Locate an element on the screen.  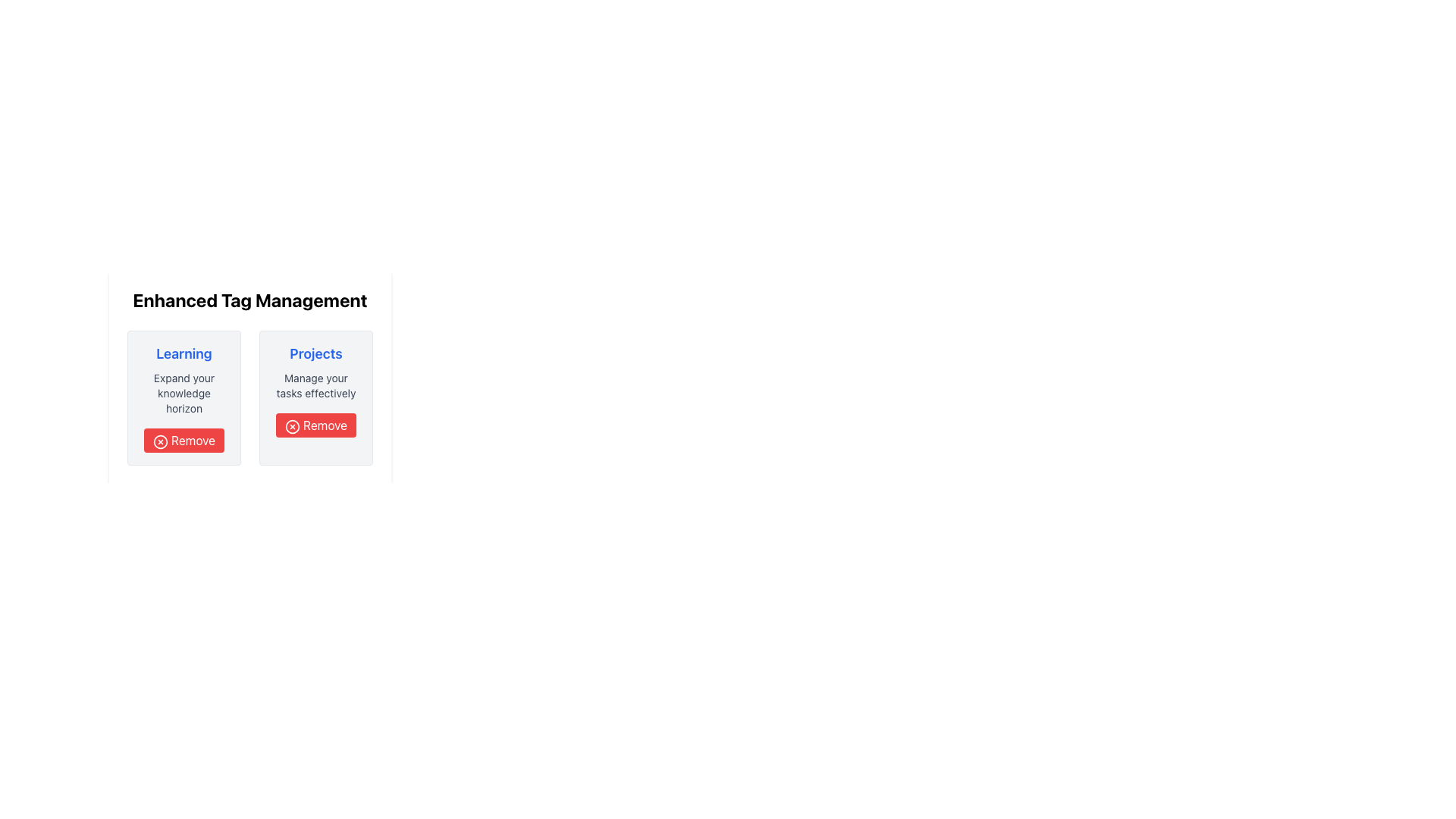
the static text element that provides descriptive information about the 'Learning' section, positioned below the 'Learning' text in the left-hand column is located at coordinates (184, 393).